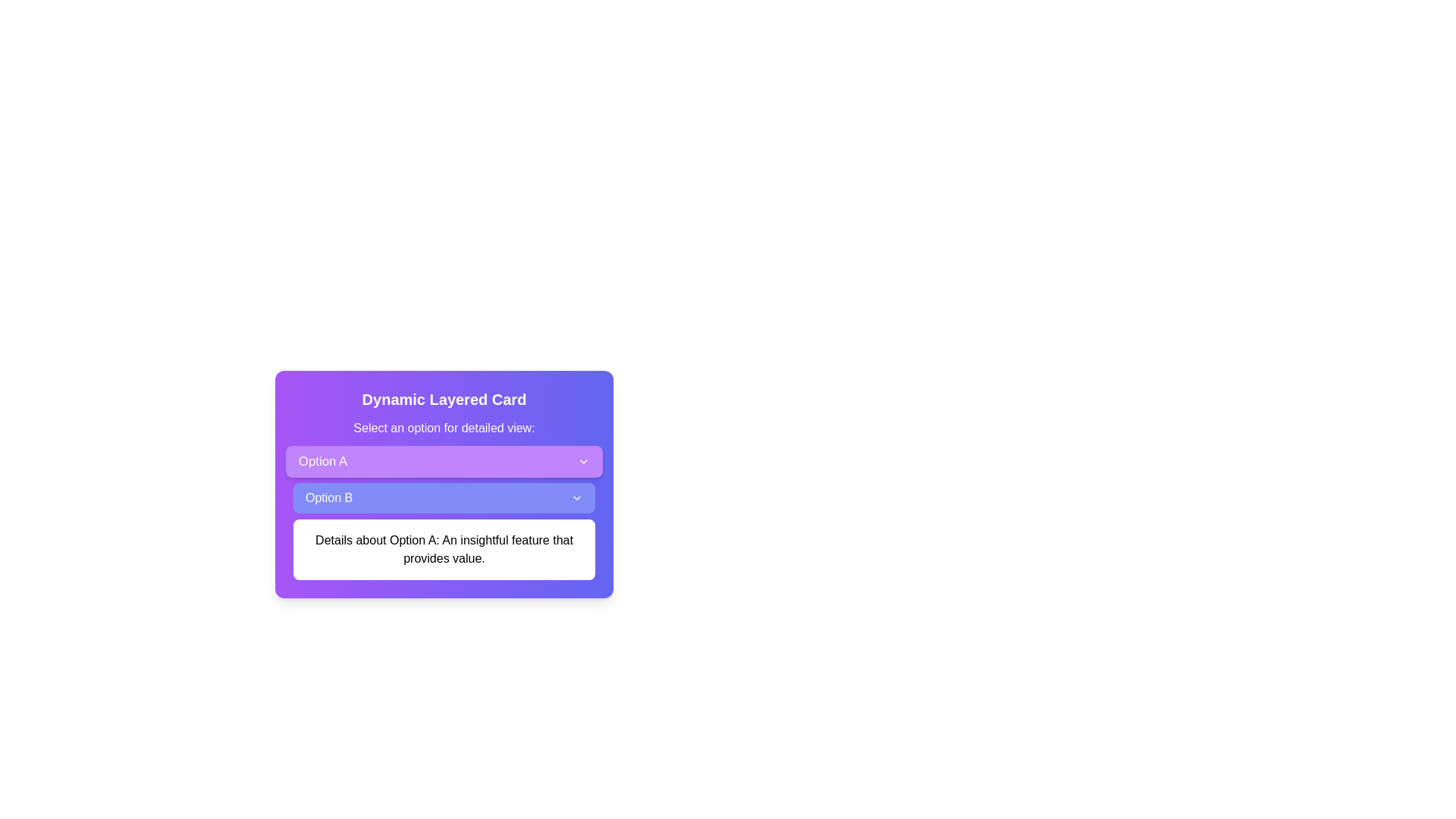  What do you see at coordinates (443, 497) in the screenshot?
I see `the second option button in the dropdown menu labeled 'Option B'` at bounding box center [443, 497].